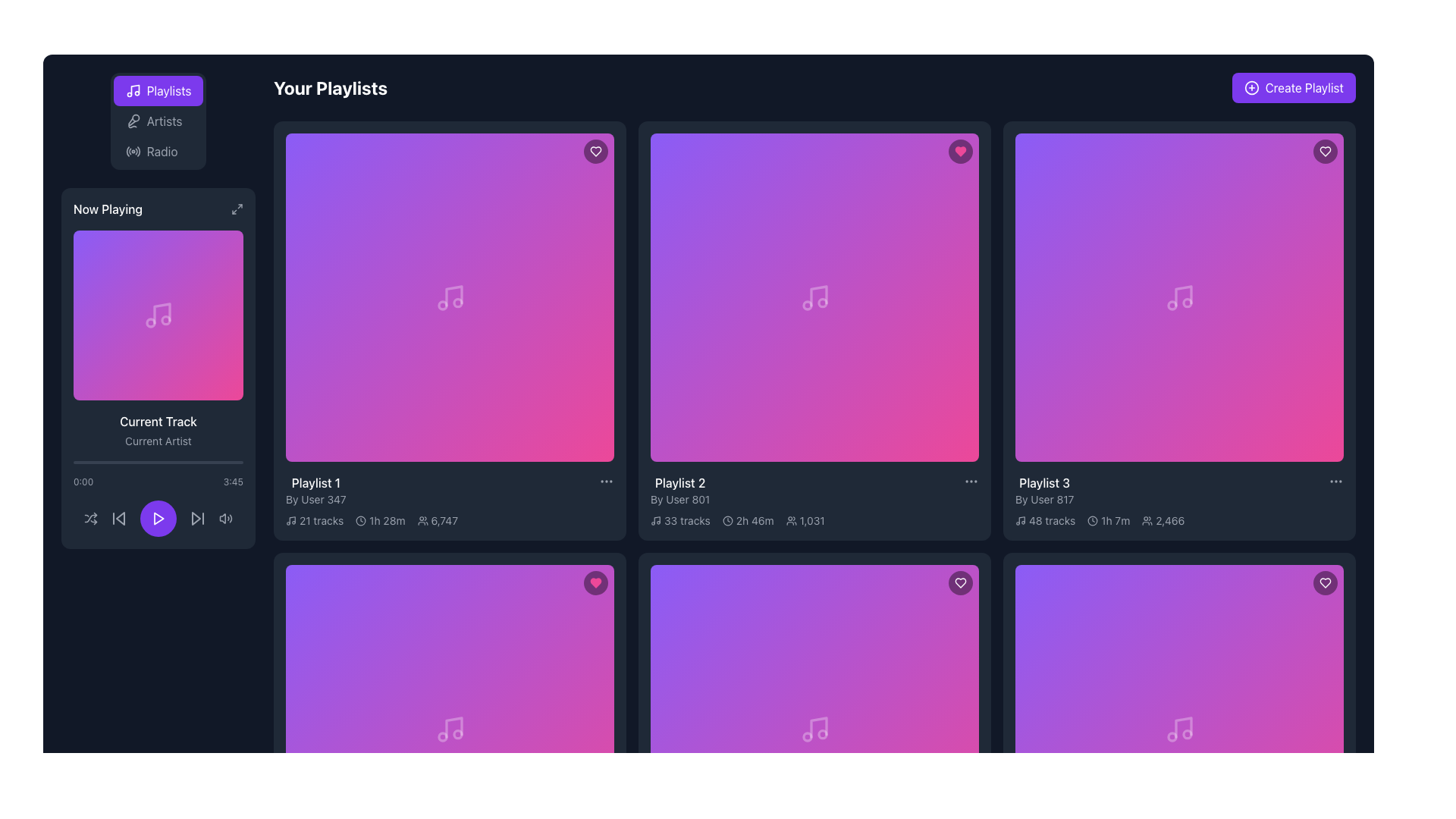 The width and height of the screenshot is (1456, 819). I want to click on the music icon located in the center of the top-left card of the playlist grid, which is labeled 'Playlist 1', so click(449, 297).